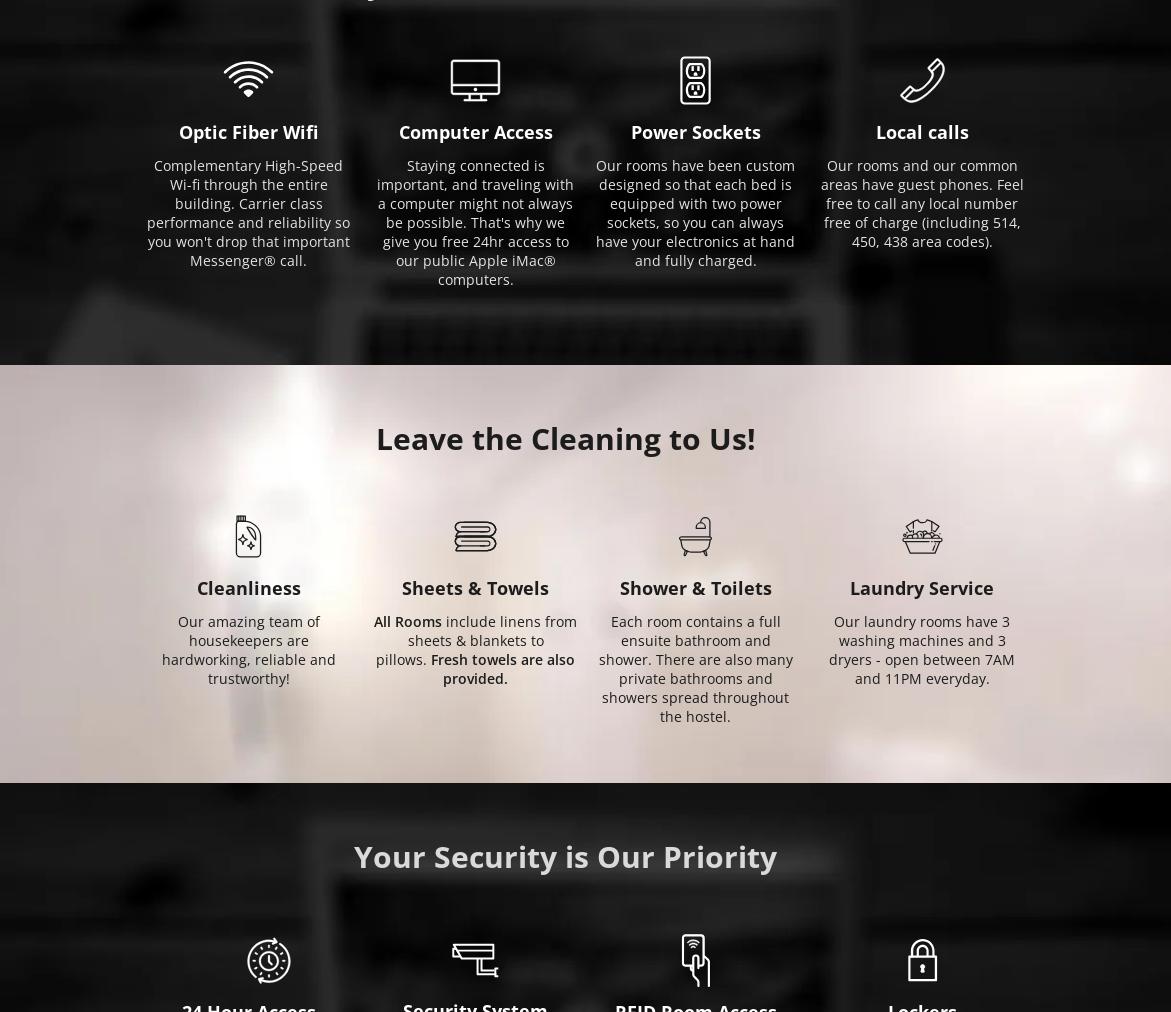 The width and height of the screenshot is (1171, 1012). I want to click on 'Cleanliness', so click(248, 586).